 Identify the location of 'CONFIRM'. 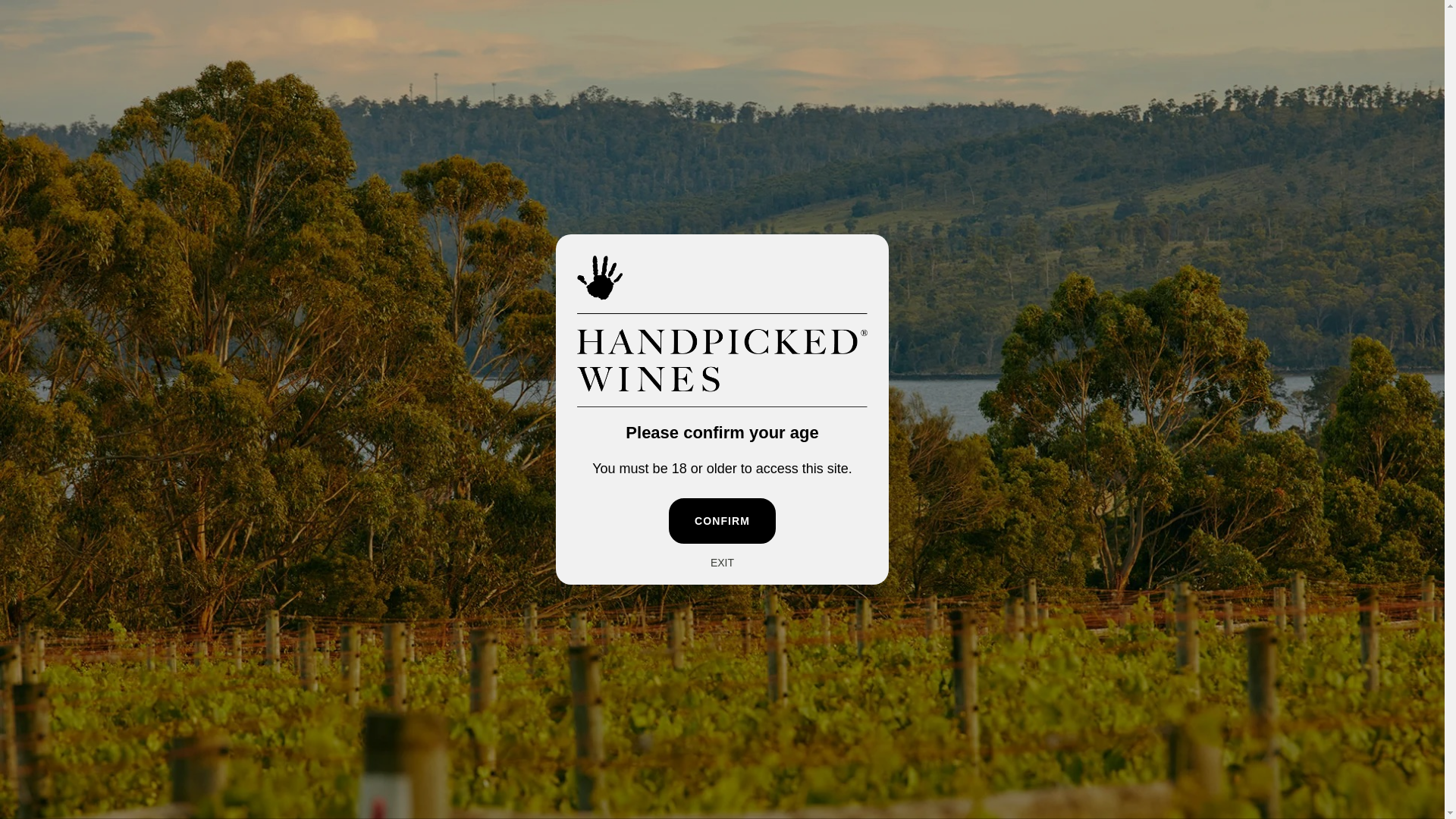
(721, 519).